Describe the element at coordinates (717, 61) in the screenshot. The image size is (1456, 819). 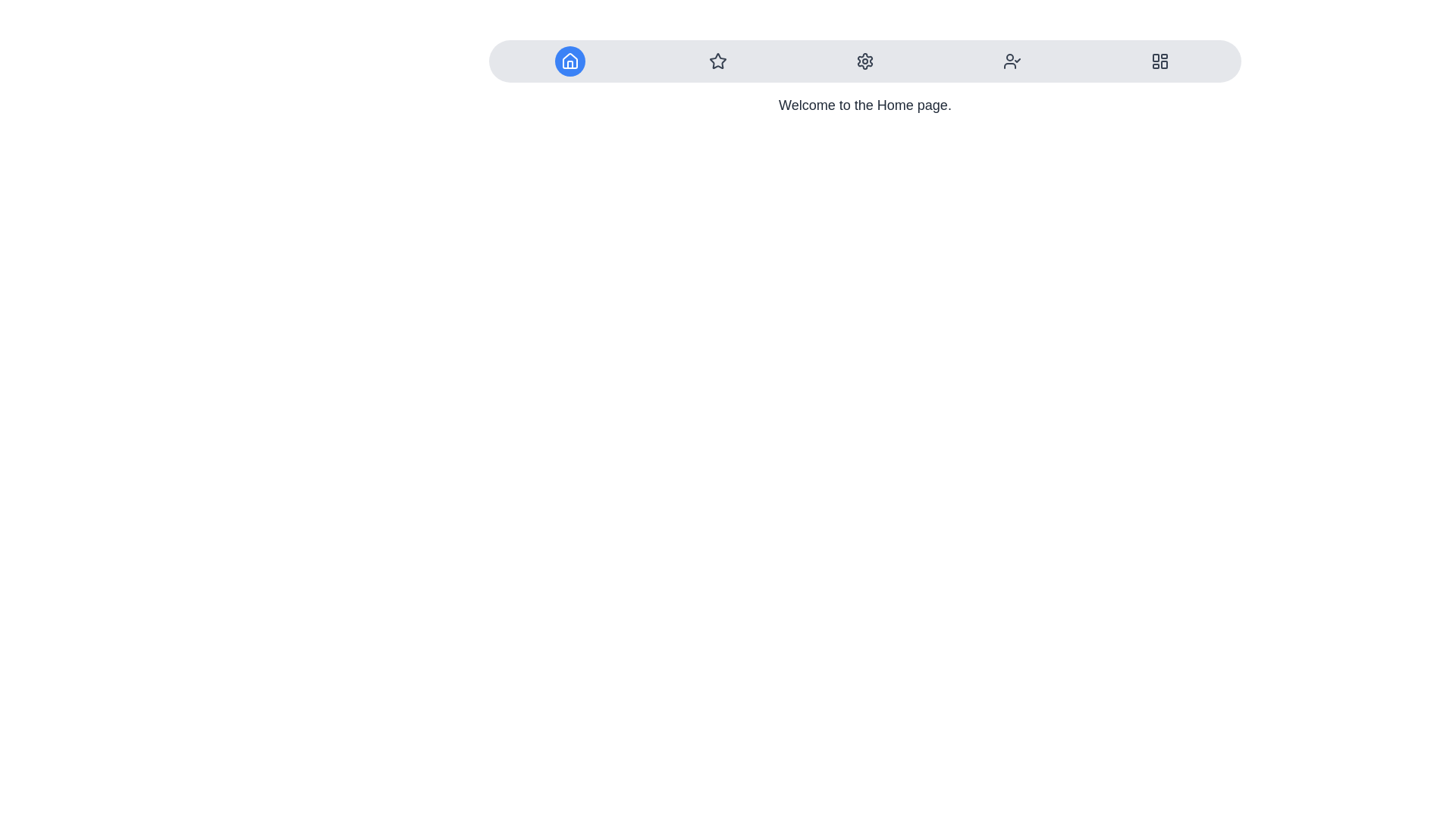
I see `the tab corresponding to Favorites` at that location.